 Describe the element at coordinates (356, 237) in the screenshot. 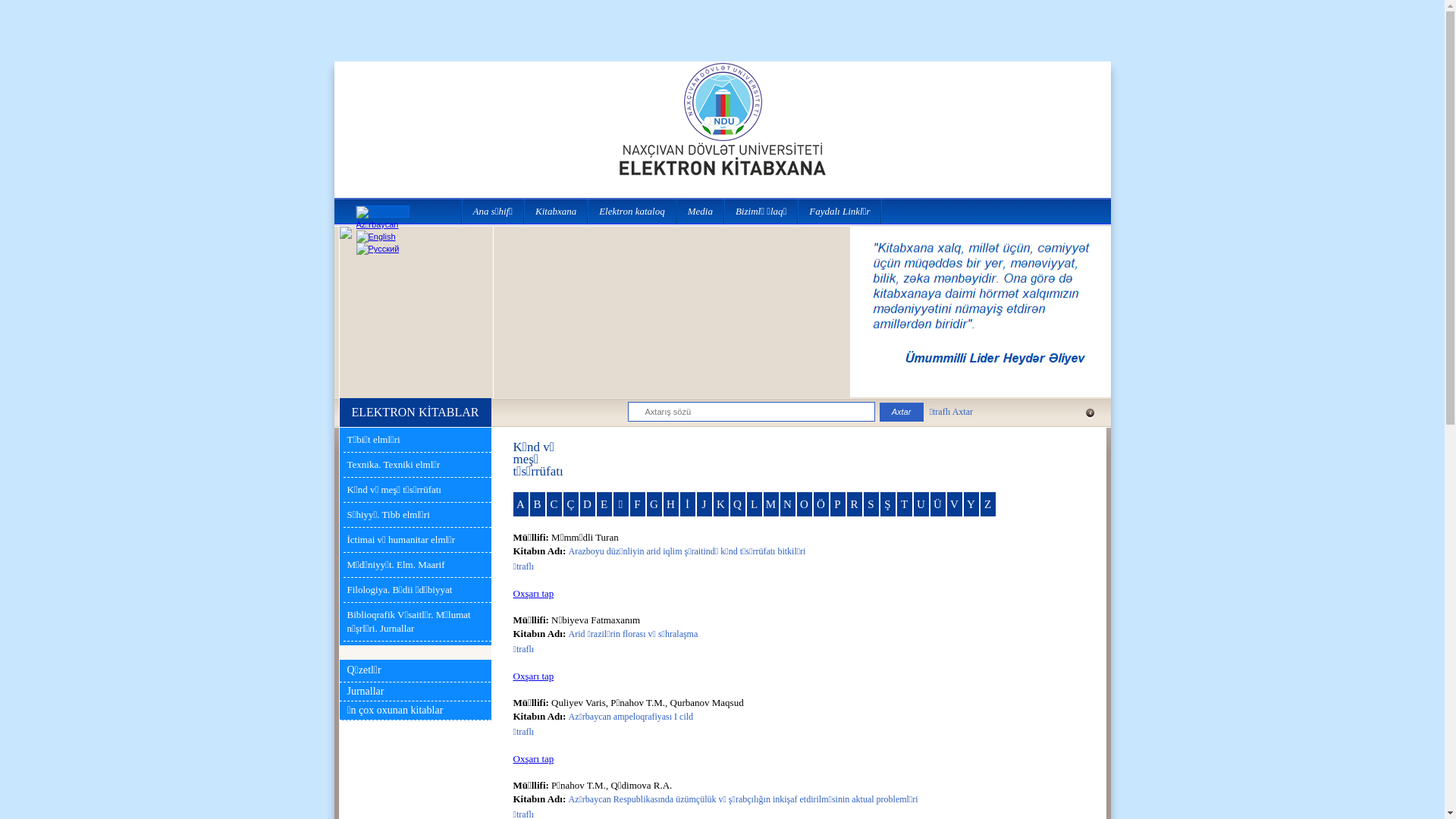

I see `'English'` at that location.